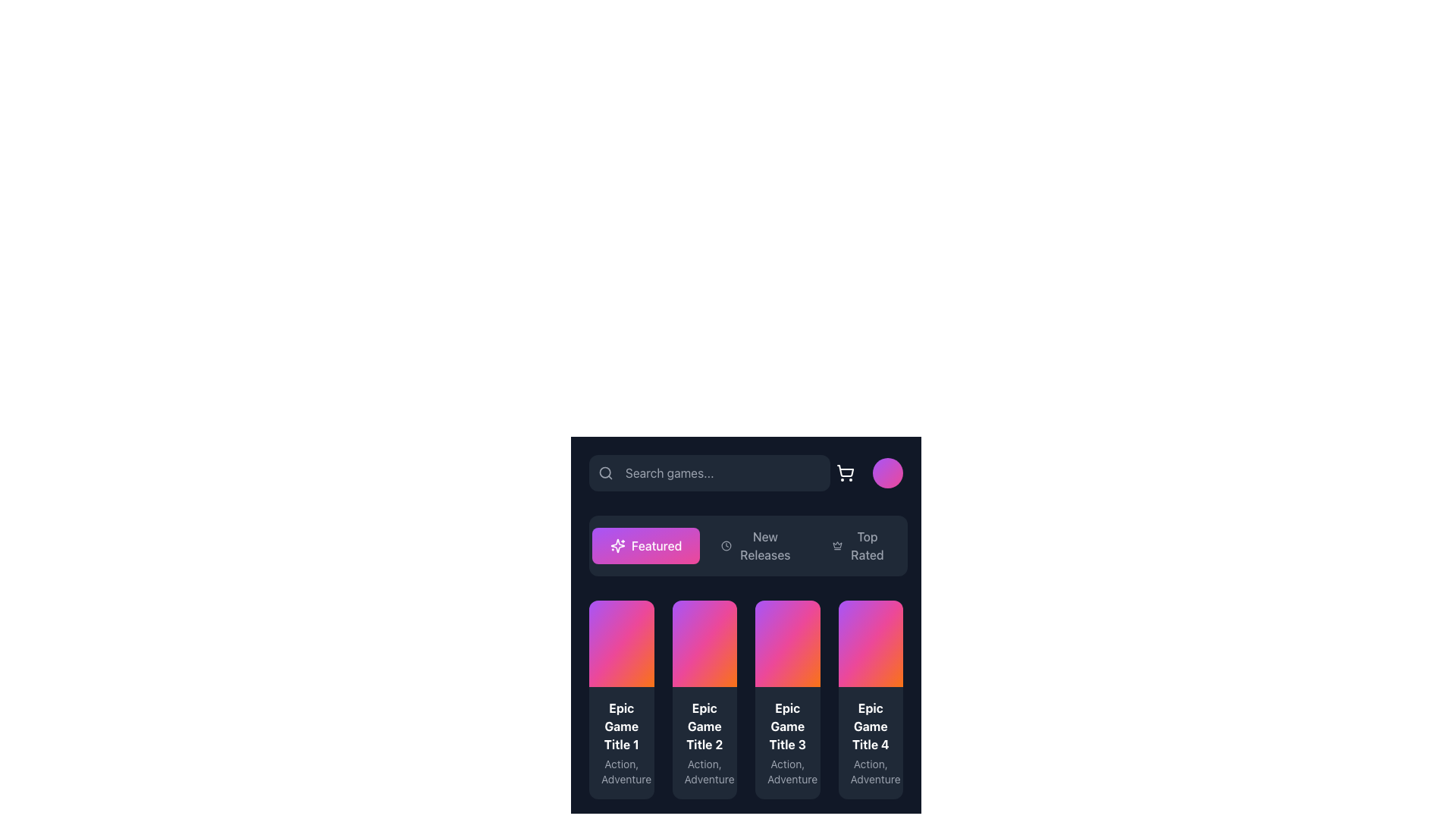  I want to click on text label displaying the genres 'Action, Adventure' located below the title 'Epic Game Title 3' in the card, so click(787, 714).